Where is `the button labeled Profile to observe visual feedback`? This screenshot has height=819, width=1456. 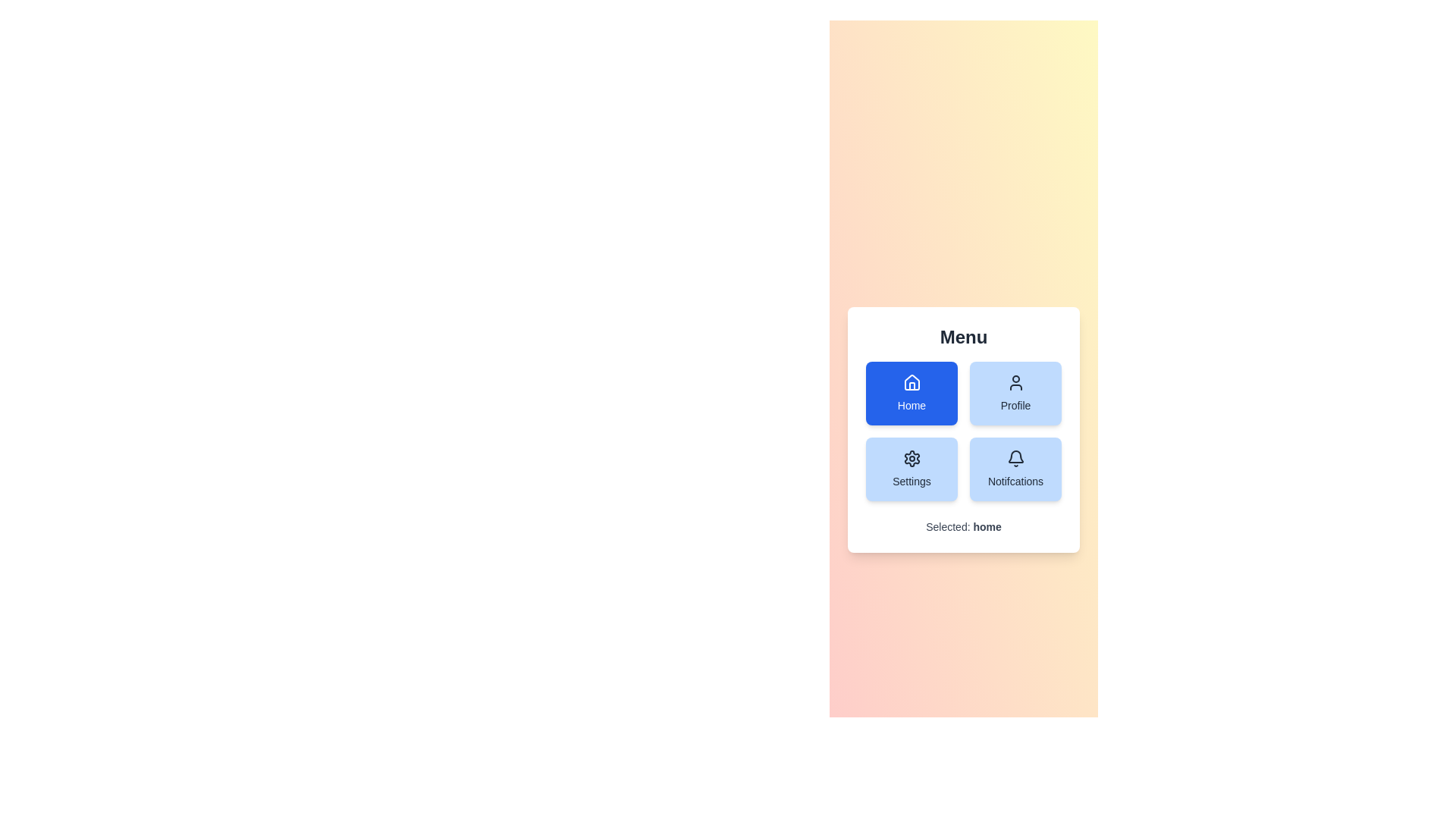
the button labeled Profile to observe visual feedback is located at coordinates (1015, 393).